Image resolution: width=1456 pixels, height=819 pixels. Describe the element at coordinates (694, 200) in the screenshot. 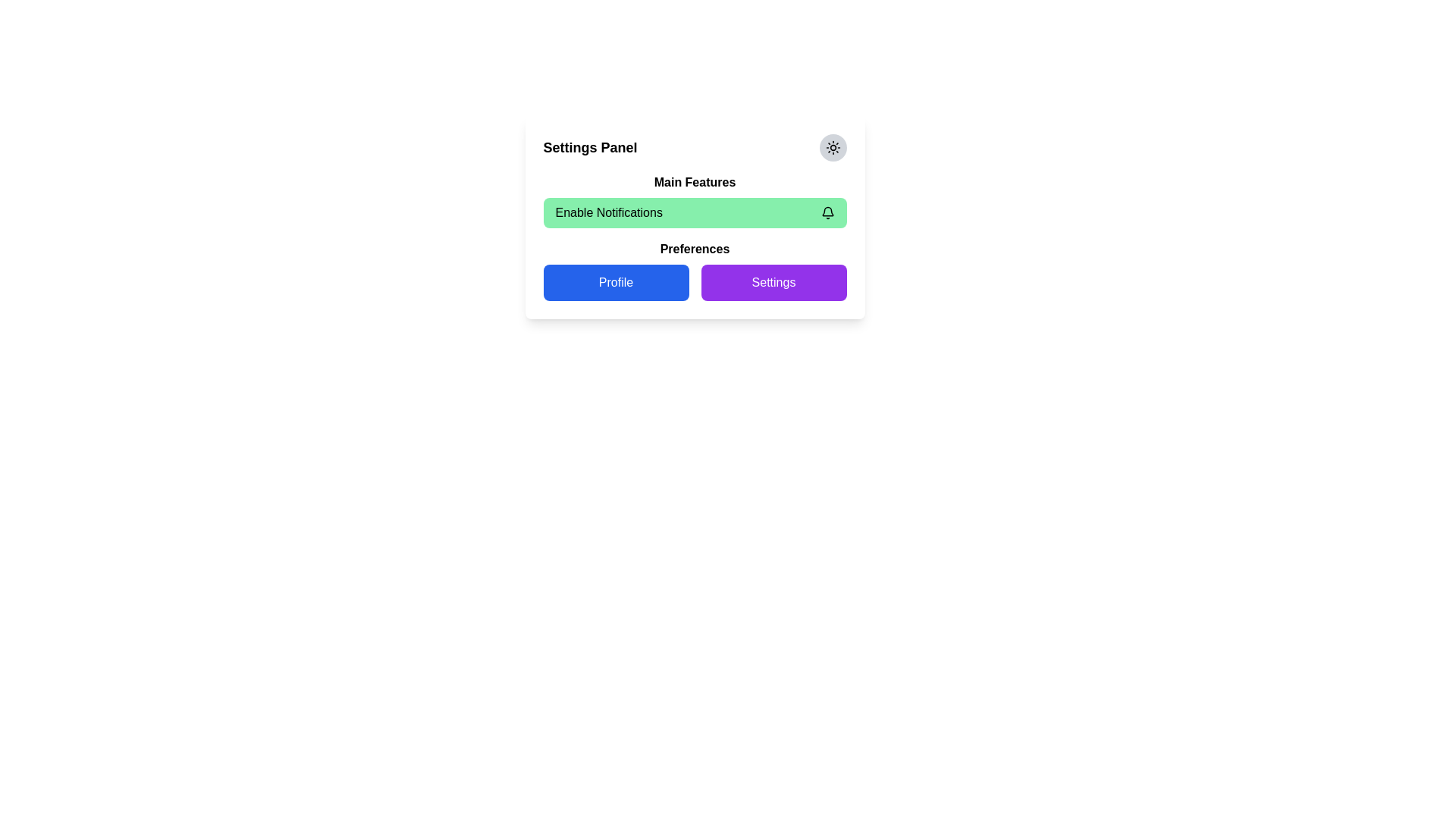

I see `the green button labeled 'Enable Notifications' with a bell icon, located under the 'Main Features' section in the 'Settings Panel.'` at that location.